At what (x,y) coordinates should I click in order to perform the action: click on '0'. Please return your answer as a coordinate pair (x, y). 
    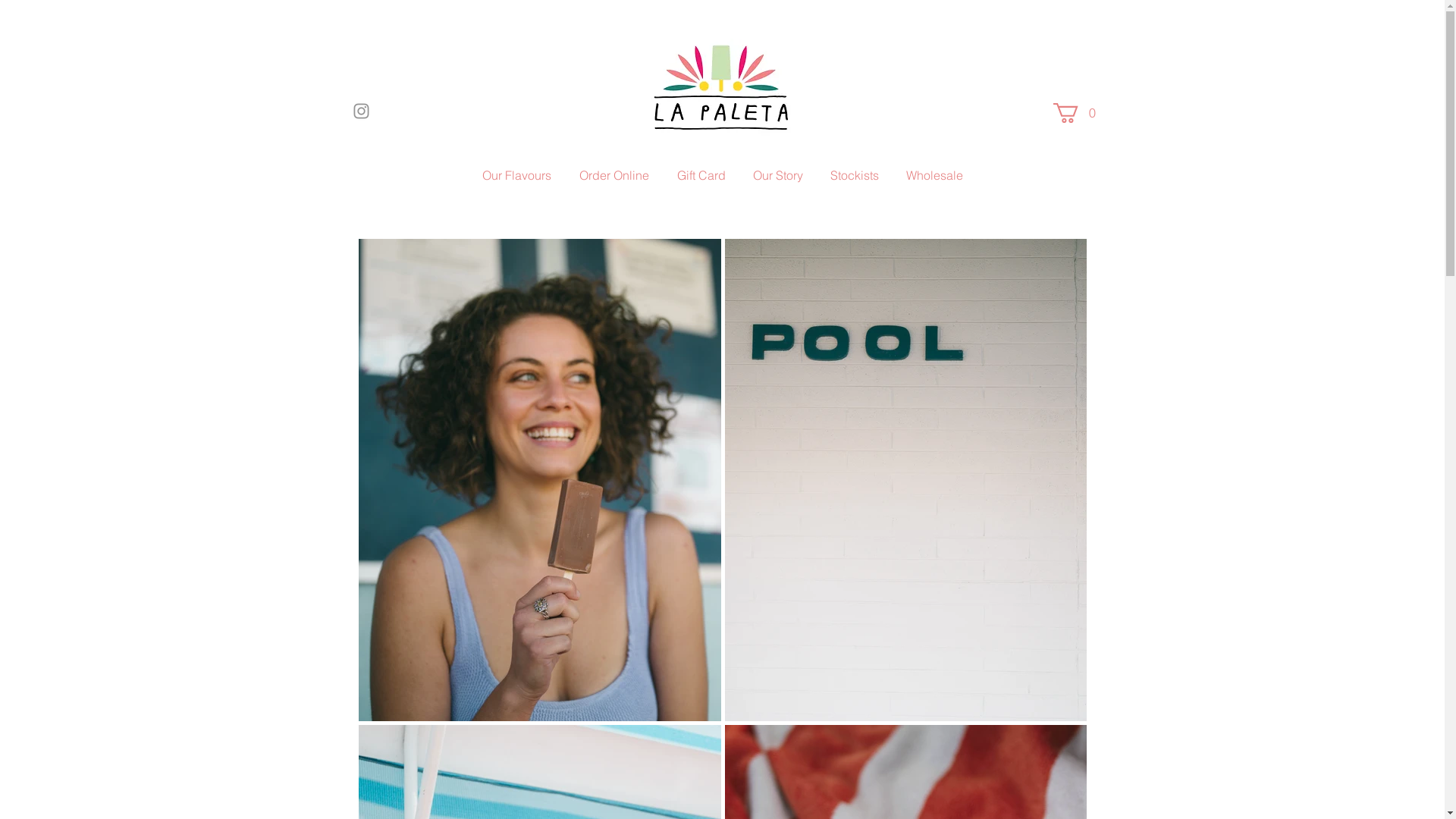
    Looking at the image, I should click on (1076, 112).